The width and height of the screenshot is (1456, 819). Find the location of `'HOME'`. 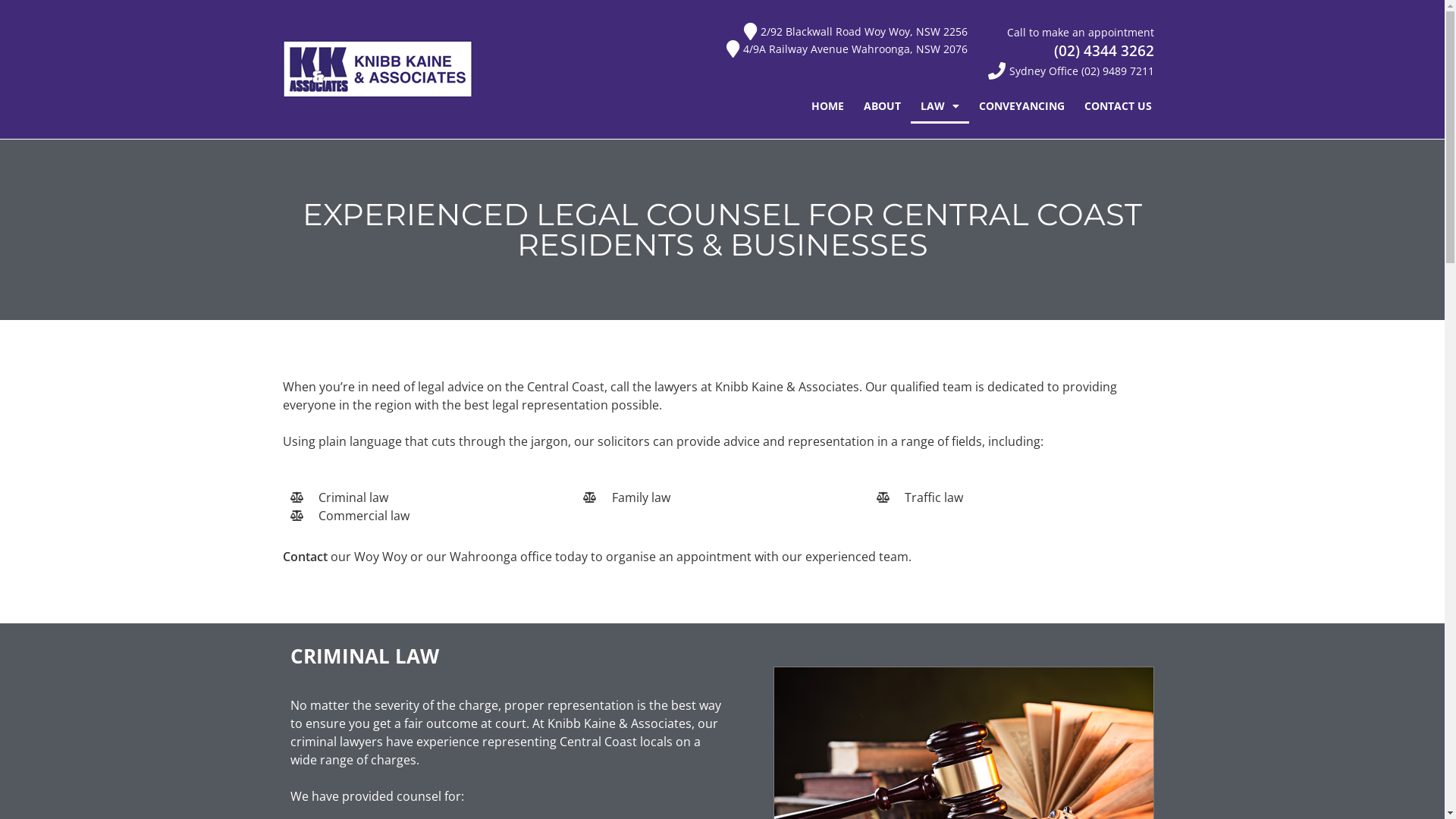

'HOME' is located at coordinates (827, 105).